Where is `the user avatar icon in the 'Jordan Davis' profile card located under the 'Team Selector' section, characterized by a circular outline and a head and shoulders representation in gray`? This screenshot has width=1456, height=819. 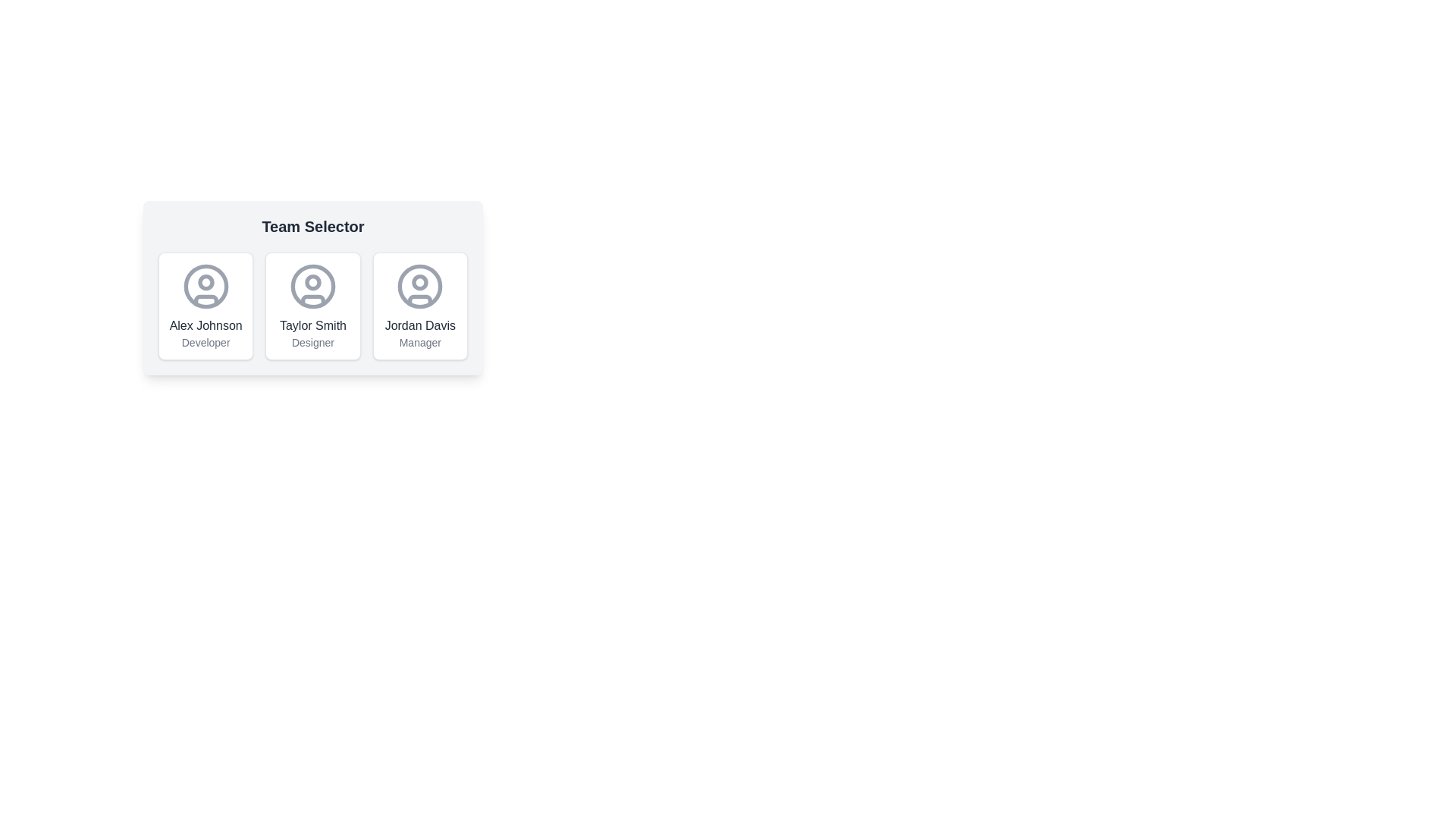
the user avatar icon in the 'Jordan Davis' profile card located under the 'Team Selector' section, characterized by a circular outline and a head and shoulders representation in gray is located at coordinates (420, 287).